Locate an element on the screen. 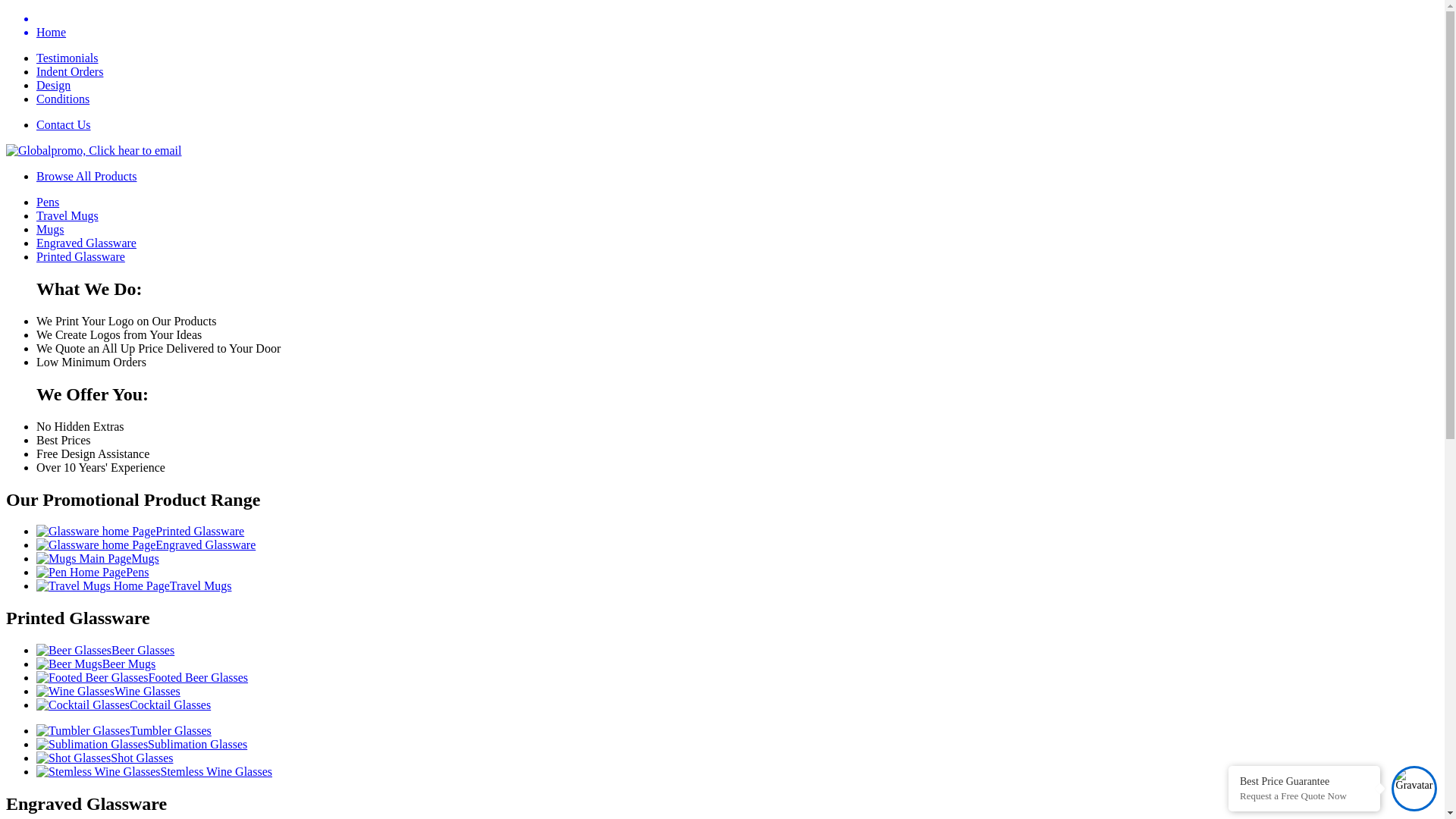  'Indent Orders' is located at coordinates (68, 71).